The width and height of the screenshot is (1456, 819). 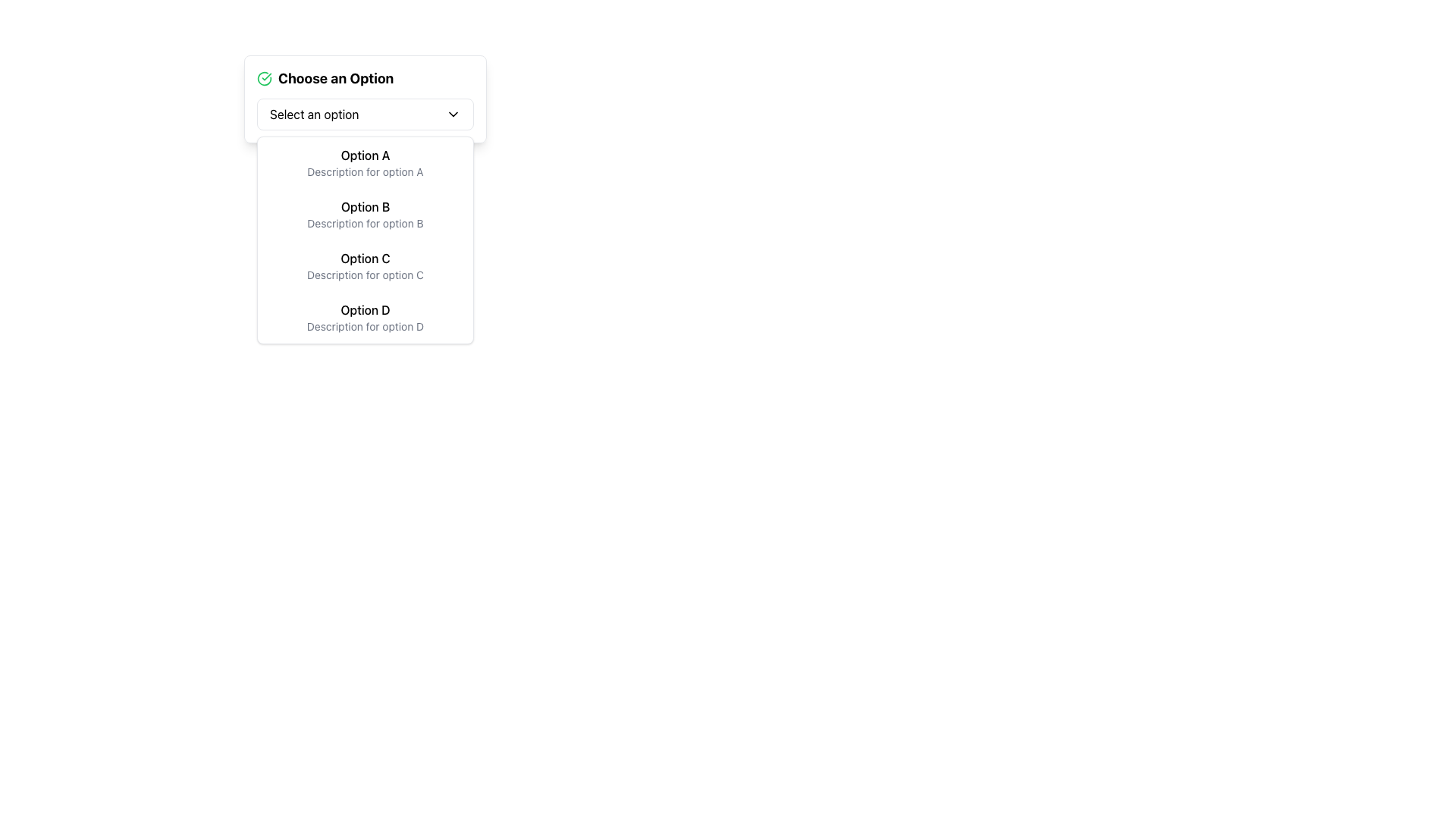 I want to click on the selectable list item, so click(x=365, y=317).